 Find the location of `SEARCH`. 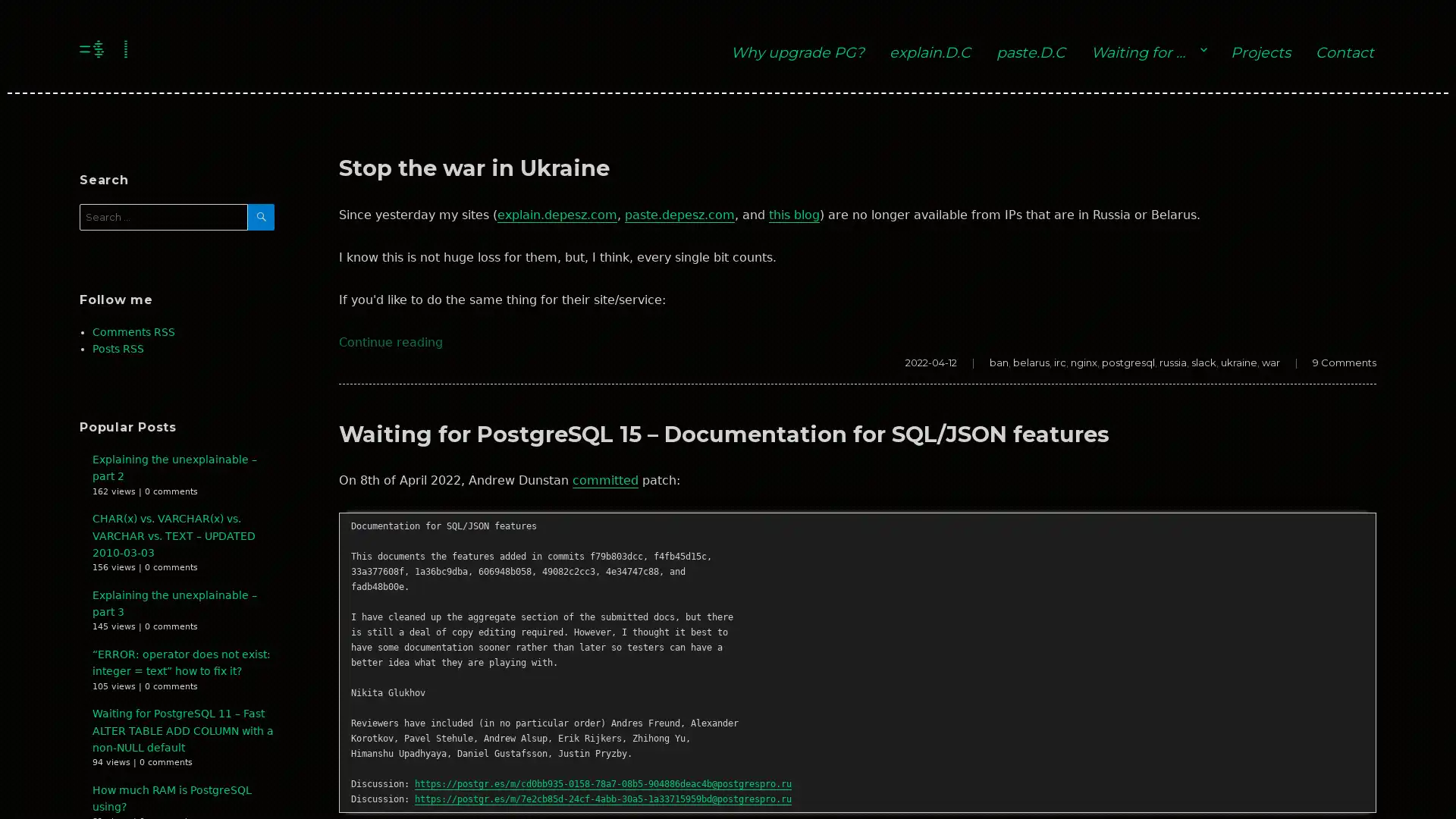

SEARCH is located at coordinates (260, 216).